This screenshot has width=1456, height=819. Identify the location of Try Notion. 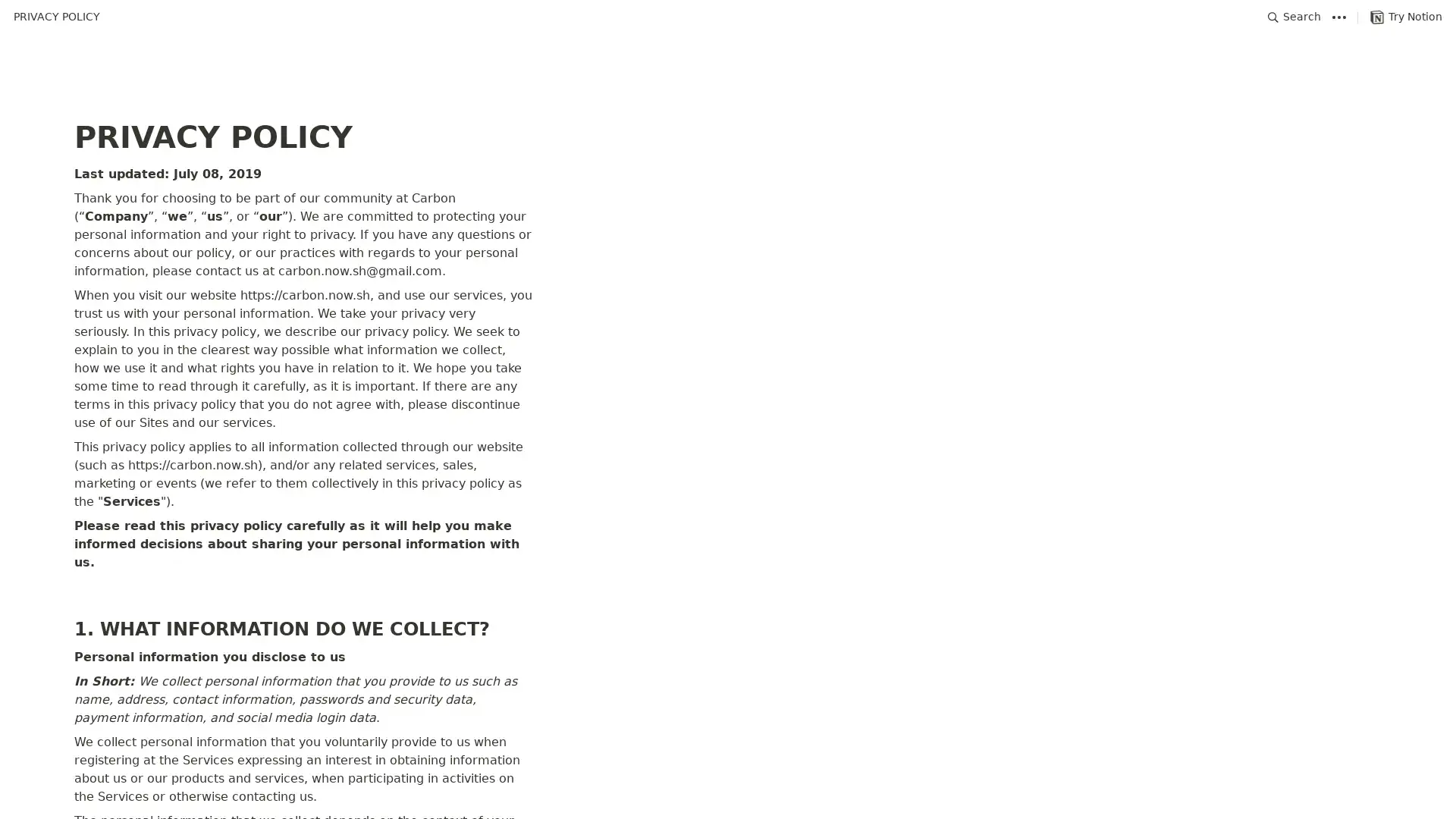
(1405, 17).